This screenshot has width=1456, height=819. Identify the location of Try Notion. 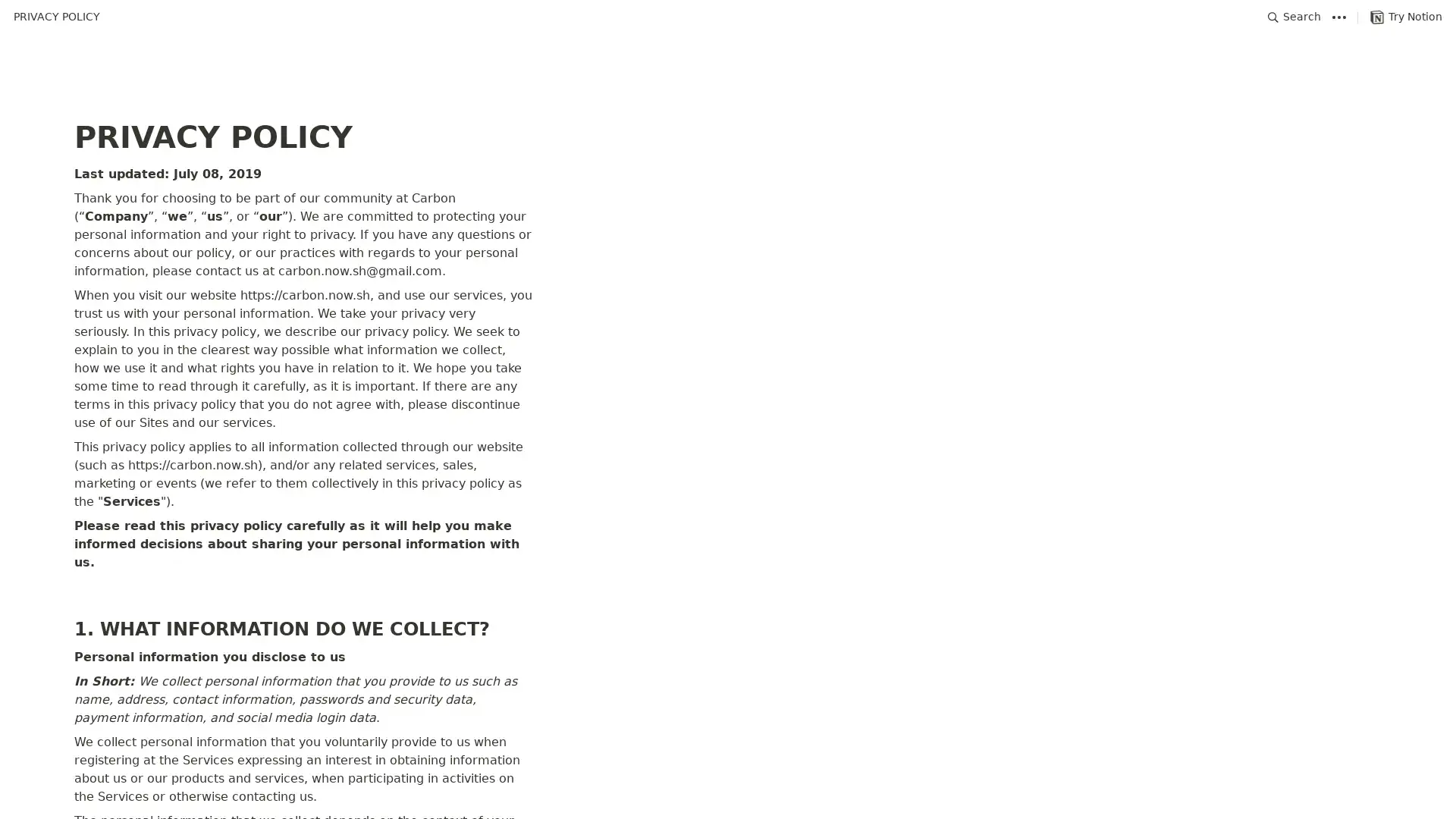
(1405, 17).